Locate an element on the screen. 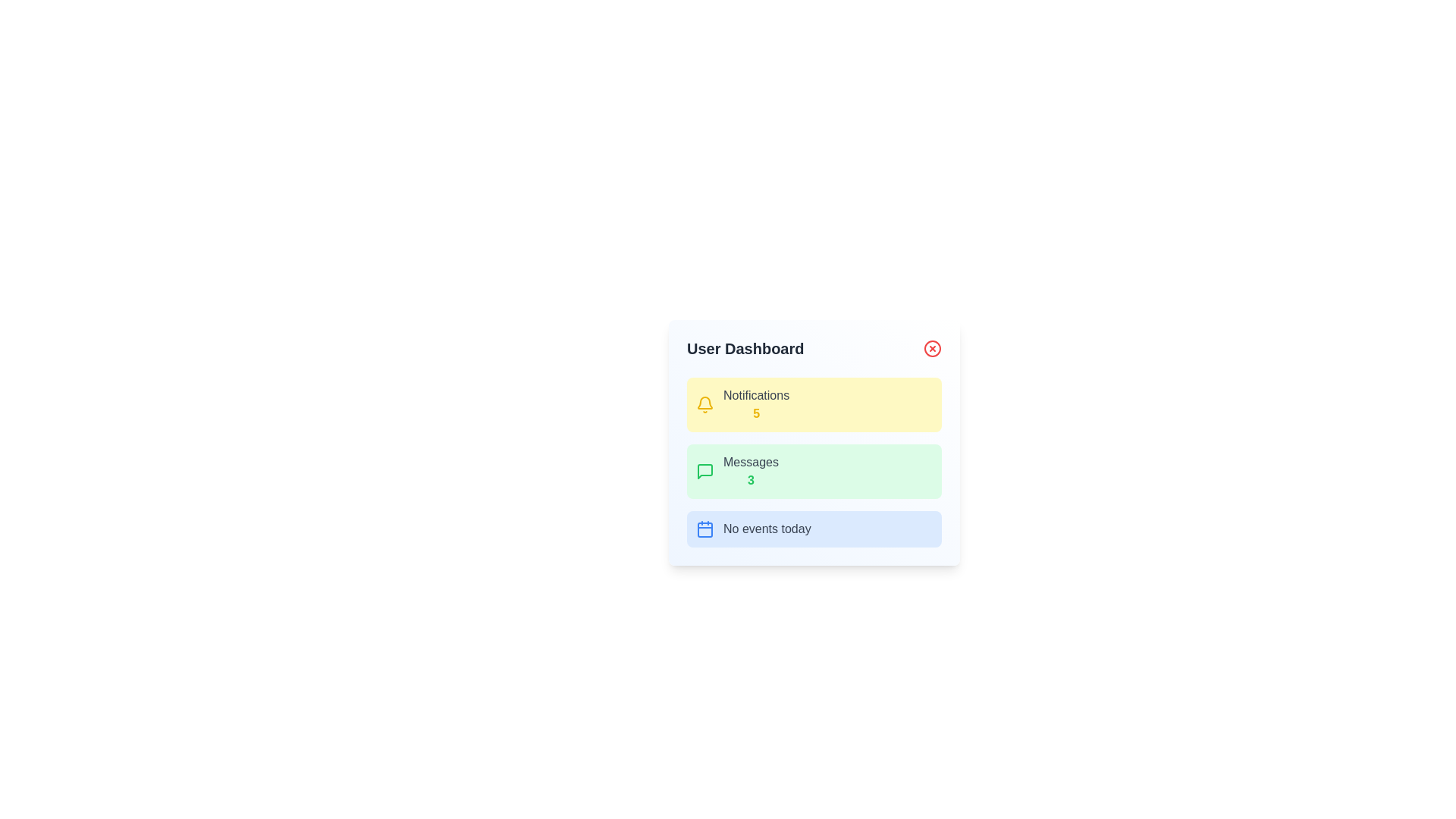 This screenshot has width=1456, height=819. the text element displaying the count of messages, which shows the number '3' and is located within the green box labeled 'Messages' is located at coordinates (751, 480).